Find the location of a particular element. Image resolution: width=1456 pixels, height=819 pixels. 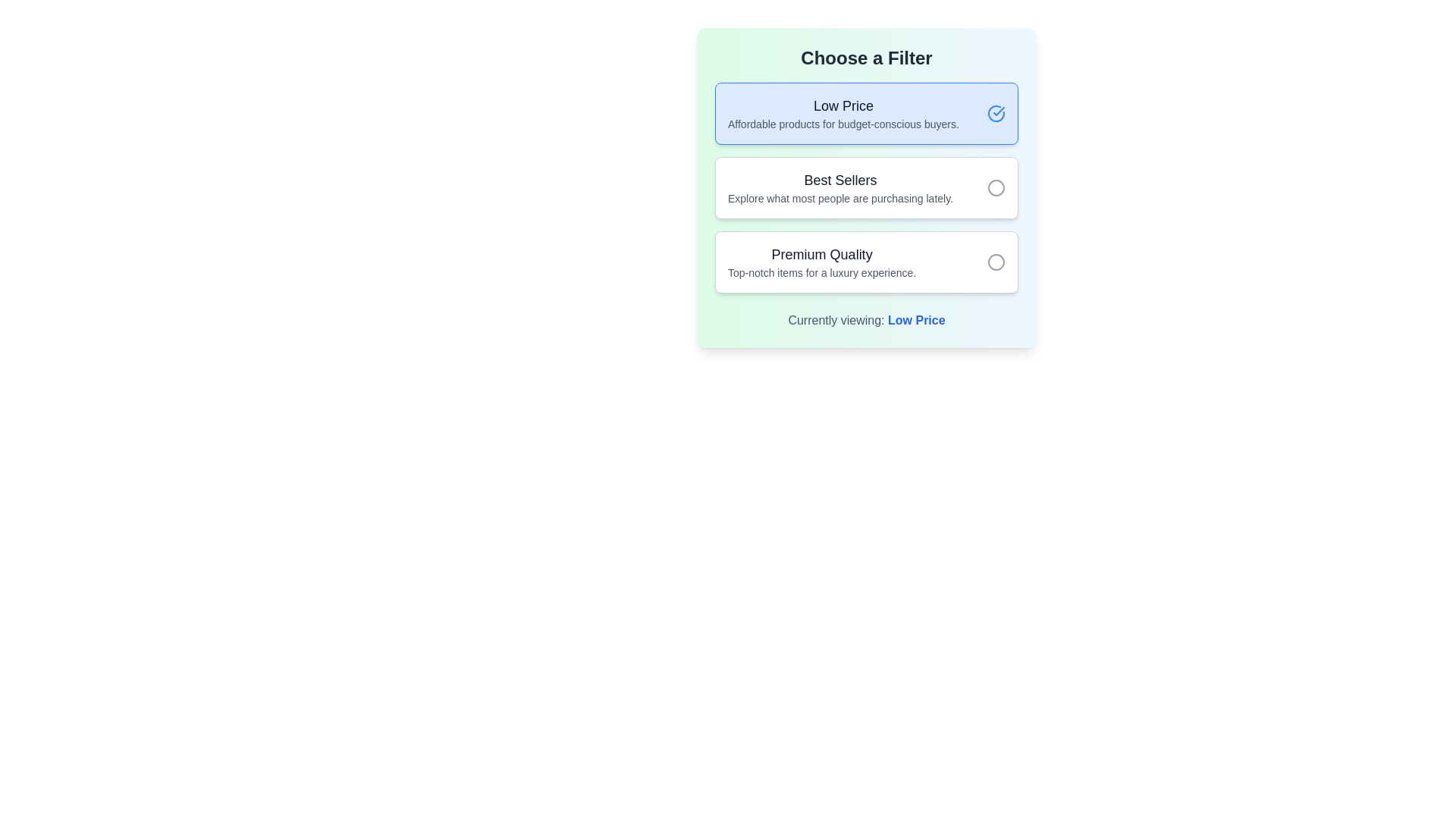

text label 'Low Price' which serves as the title for the filter selection menu under 'Choose a Filter' is located at coordinates (843, 105).